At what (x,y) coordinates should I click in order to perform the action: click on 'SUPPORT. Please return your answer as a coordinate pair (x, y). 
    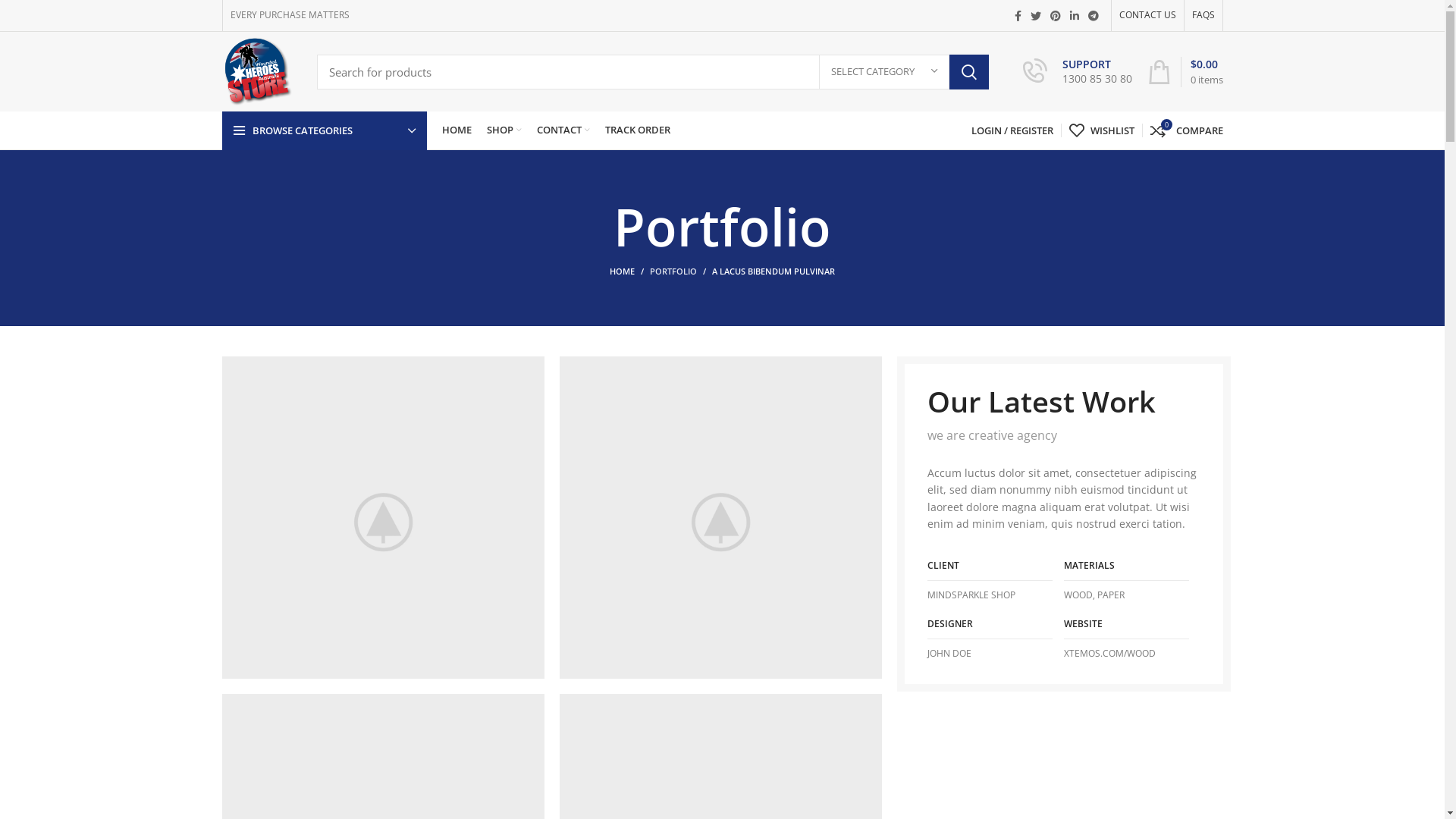
    Looking at the image, I should click on (1076, 72).